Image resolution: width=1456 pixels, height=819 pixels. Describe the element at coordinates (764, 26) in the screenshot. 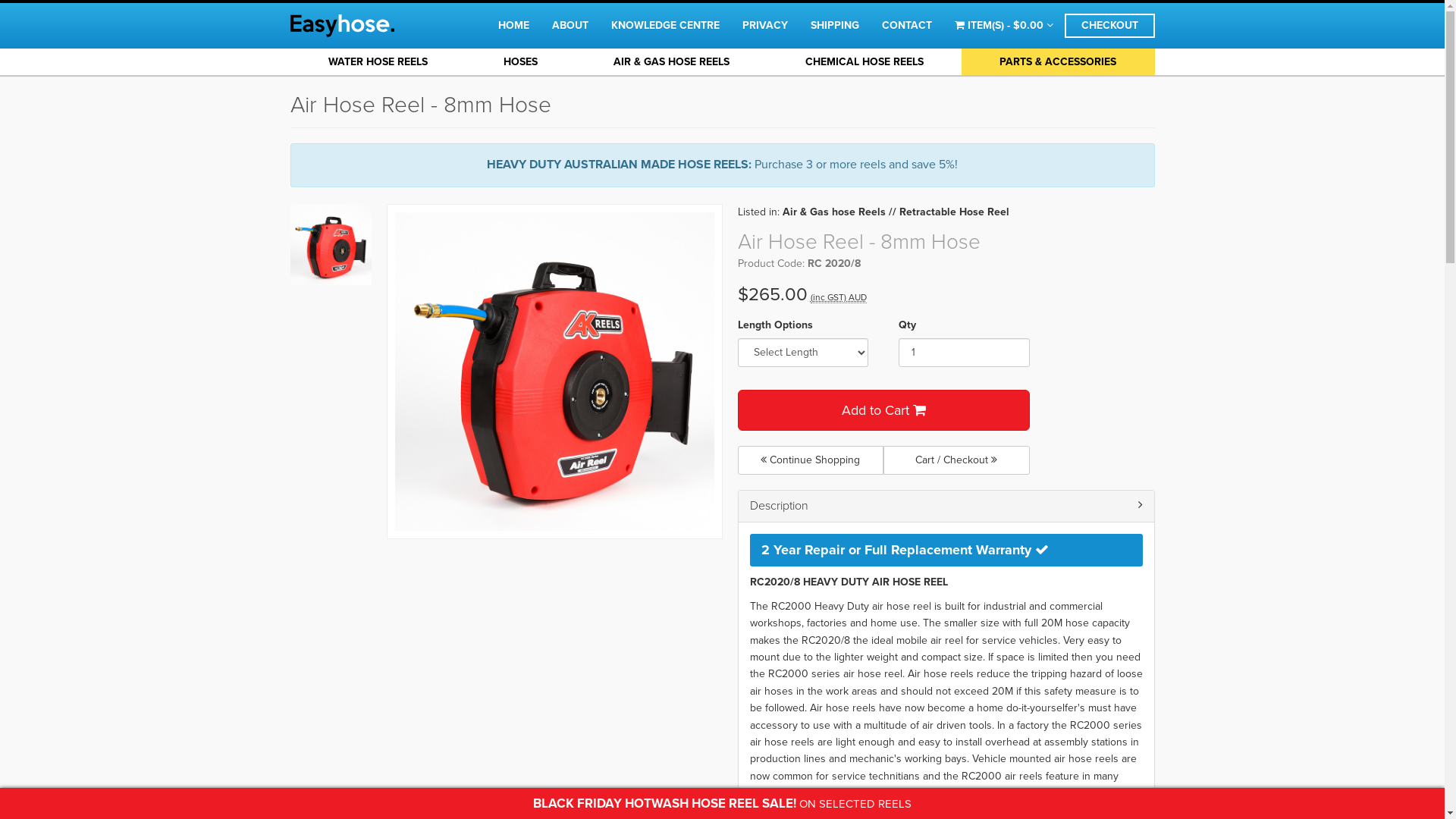

I see `'PRIVACY'` at that location.